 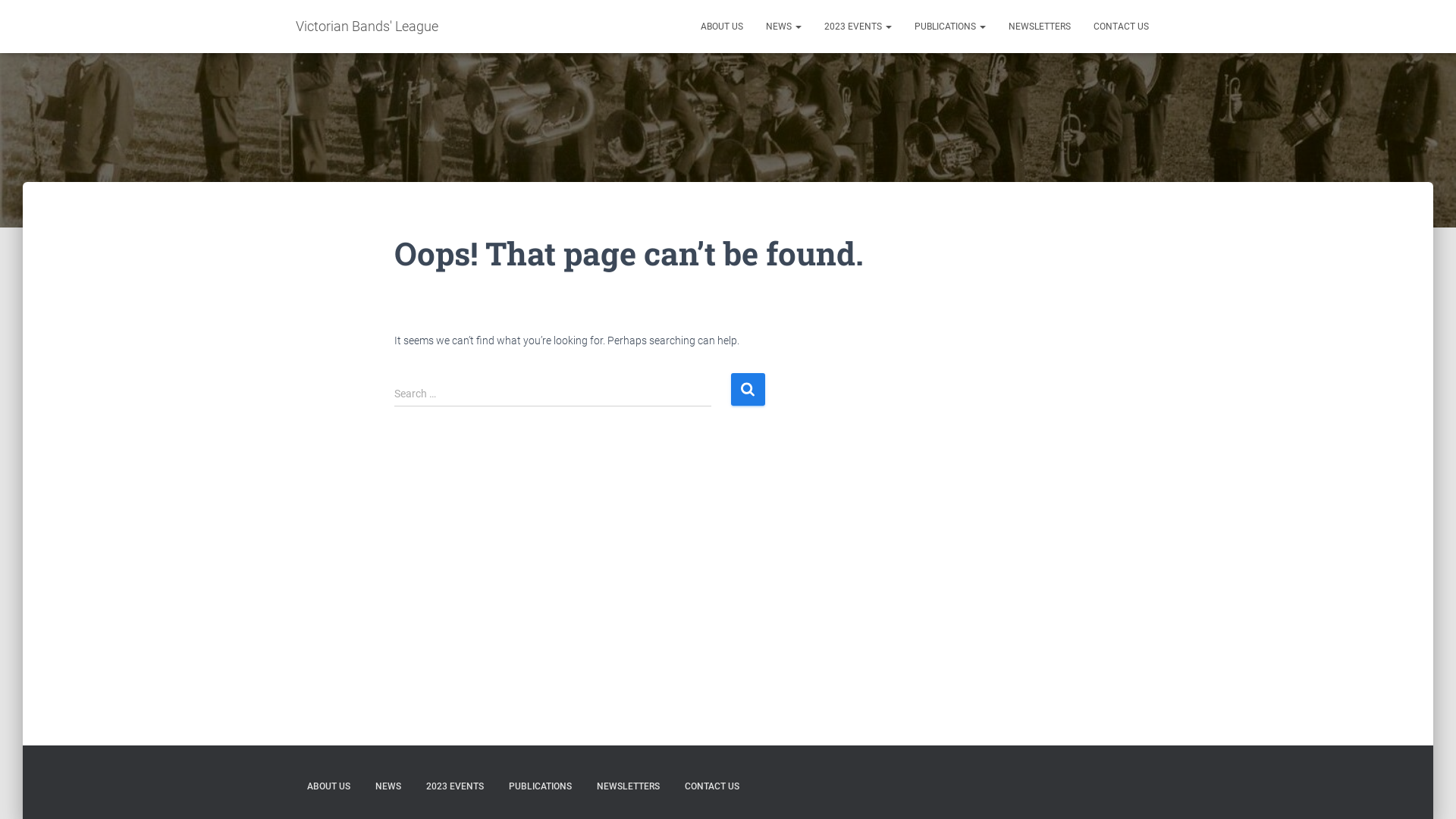 What do you see at coordinates (688, 26) in the screenshot?
I see `'ABOUT US'` at bounding box center [688, 26].